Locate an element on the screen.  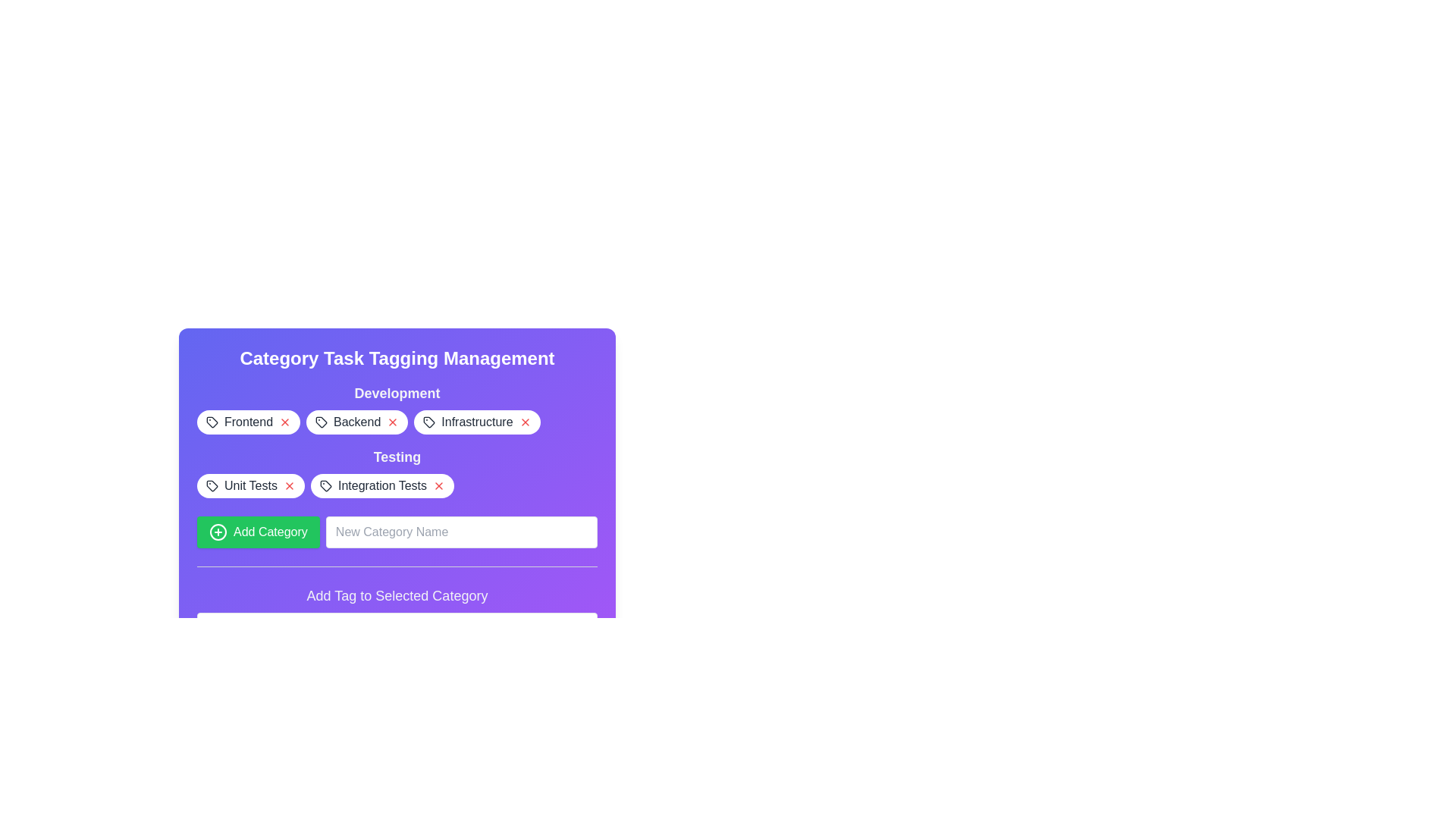
the decorative tag icon representing the 'Unit Tests' category located in the 'Testing' section, which is the second row of tags below 'Development' is located at coordinates (211, 485).